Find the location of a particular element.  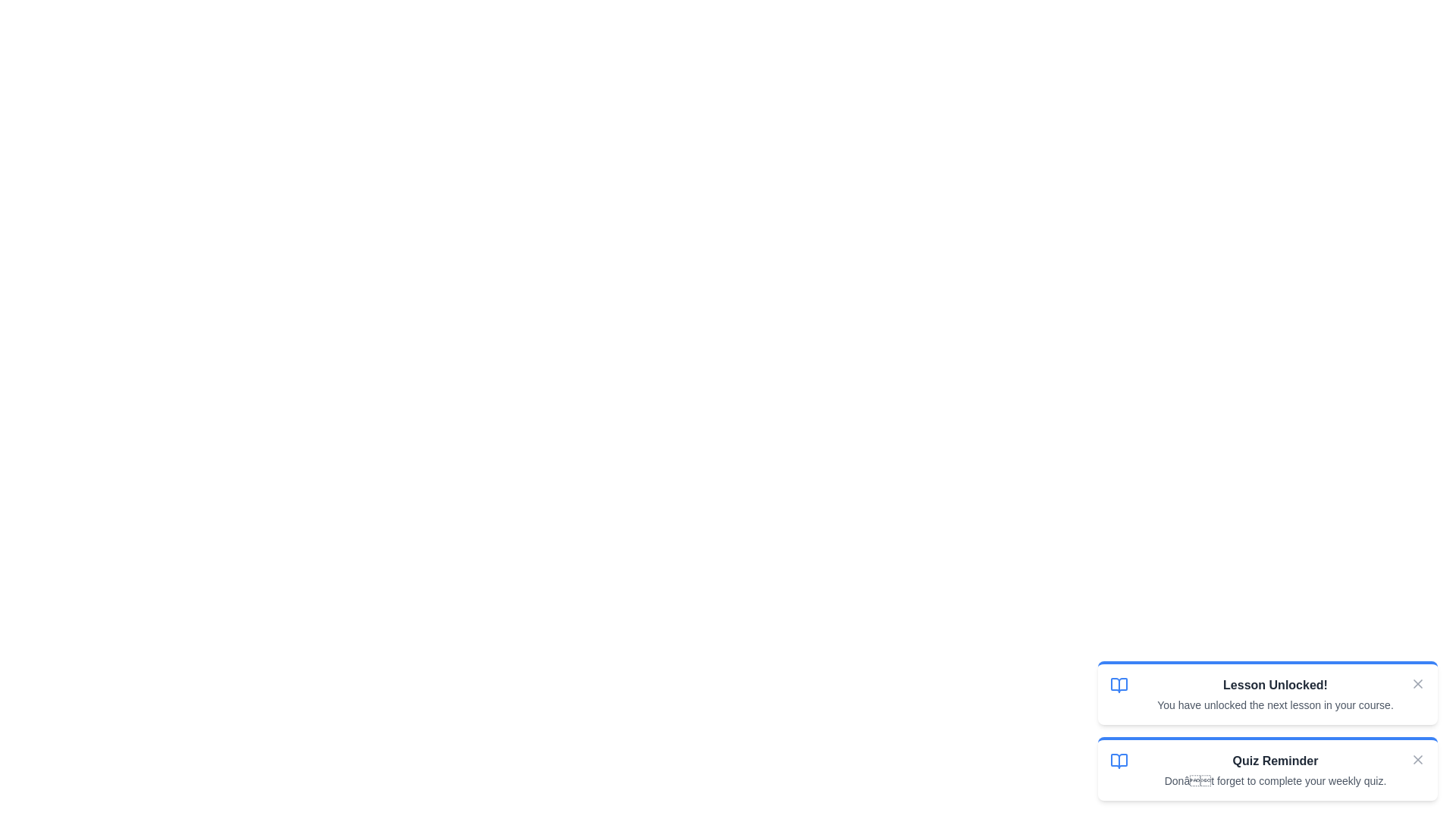

book icon to focus on the notification content for 2 is located at coordinates (1119, 761).